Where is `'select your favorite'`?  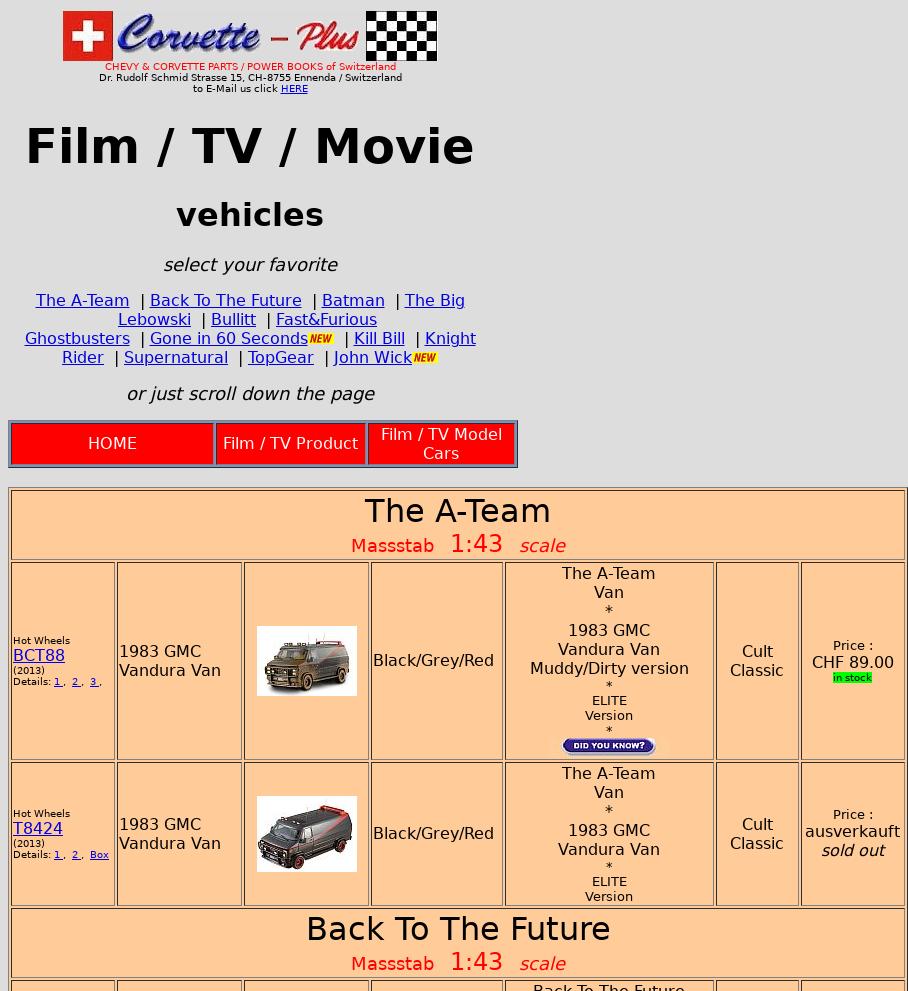 'select your favorite' is located at coordinates (248, 263).